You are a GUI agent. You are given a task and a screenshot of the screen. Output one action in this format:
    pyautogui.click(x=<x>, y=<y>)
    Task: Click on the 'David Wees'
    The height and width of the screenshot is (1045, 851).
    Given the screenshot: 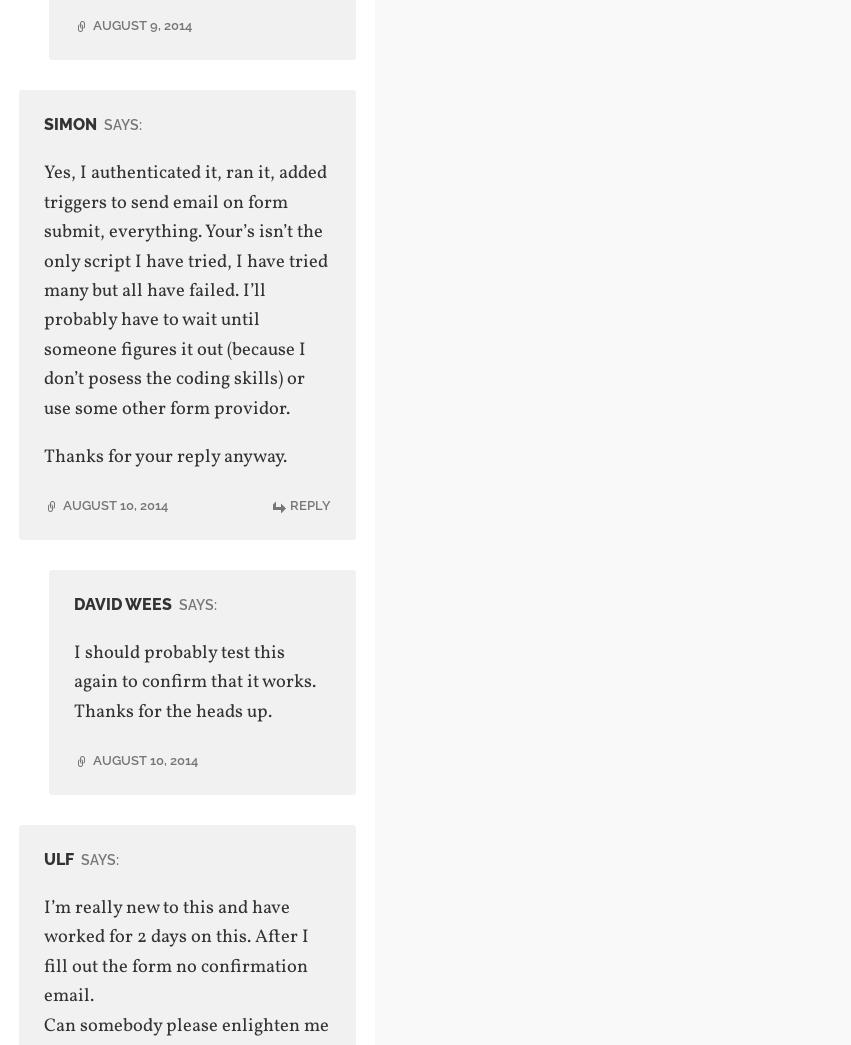 What is the action you would take?
    pyautogui.click(x=122, y=602)
    